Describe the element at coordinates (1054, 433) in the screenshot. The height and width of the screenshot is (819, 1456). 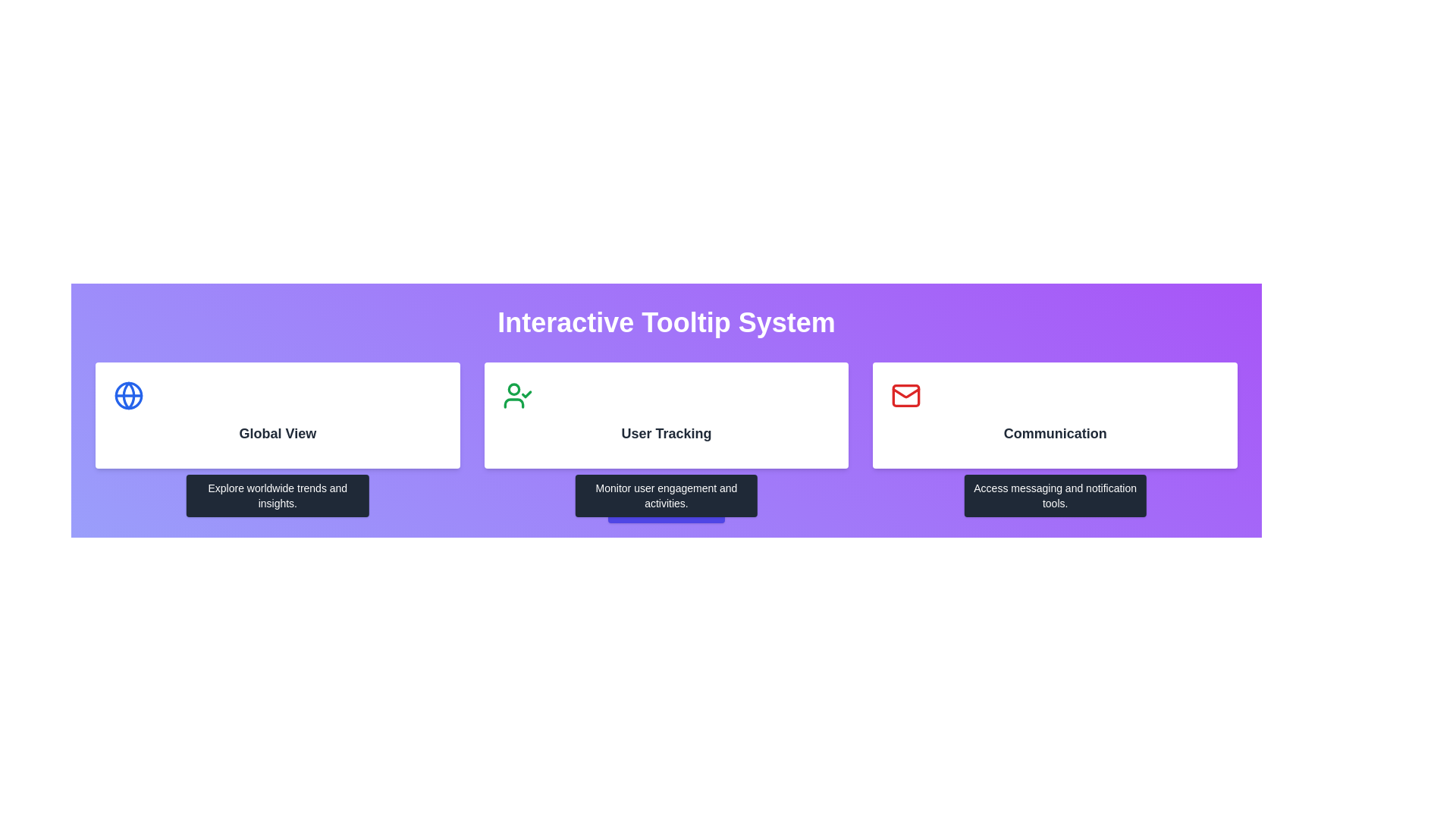
I see `the text label that reads 'Communication', which is styled with dark gray text on a white background and is positioned below a red mail icon within a rectangular card` at that location.